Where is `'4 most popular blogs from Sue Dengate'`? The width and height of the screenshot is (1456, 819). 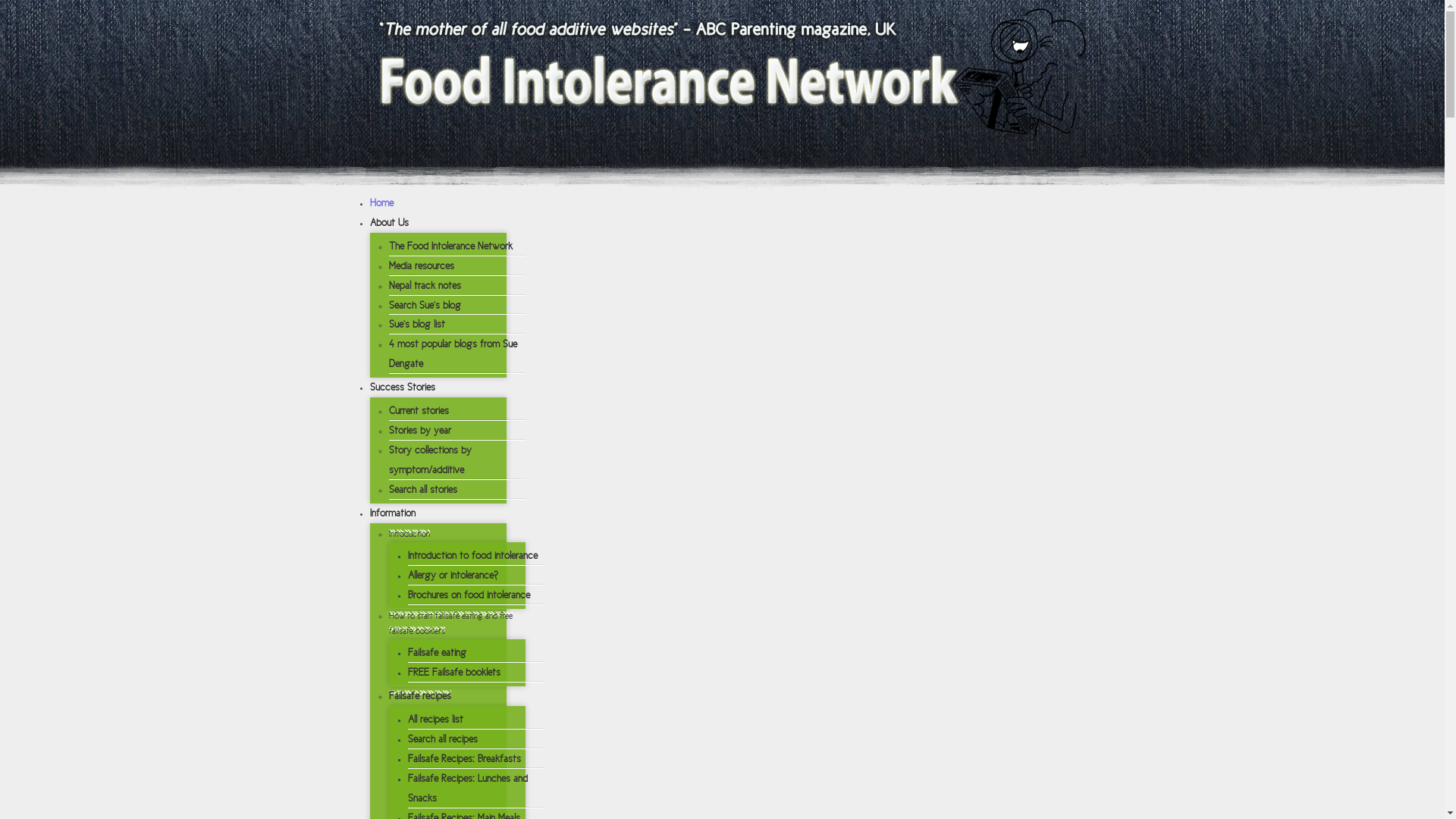 '4 most popular blogs from Sue Dengate' is located at coordinates (388, 353).